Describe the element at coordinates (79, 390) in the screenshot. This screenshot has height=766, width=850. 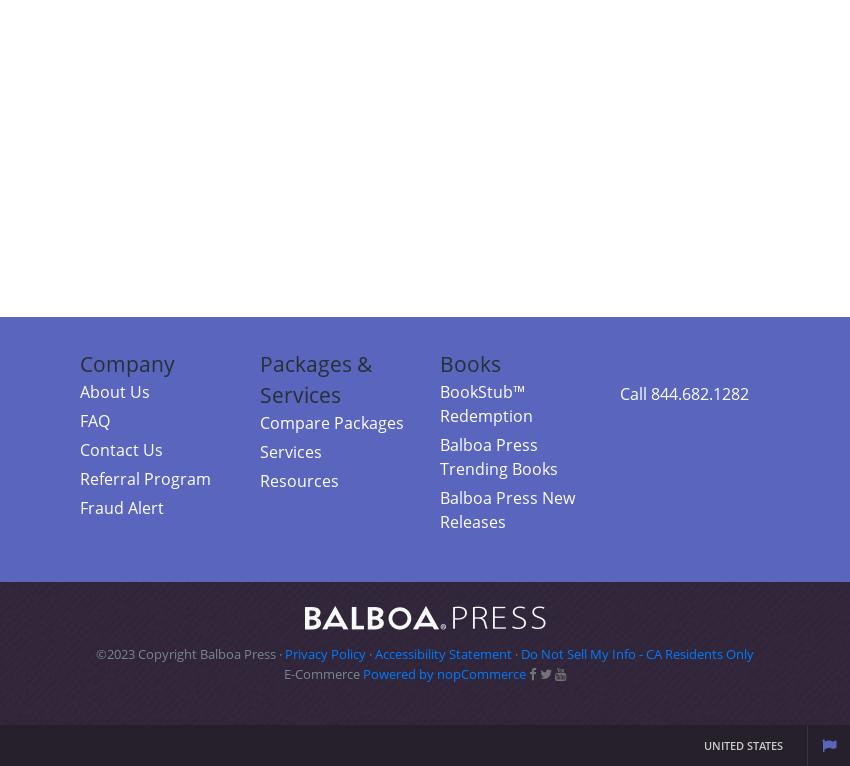
I see `'About Us'` at that location.